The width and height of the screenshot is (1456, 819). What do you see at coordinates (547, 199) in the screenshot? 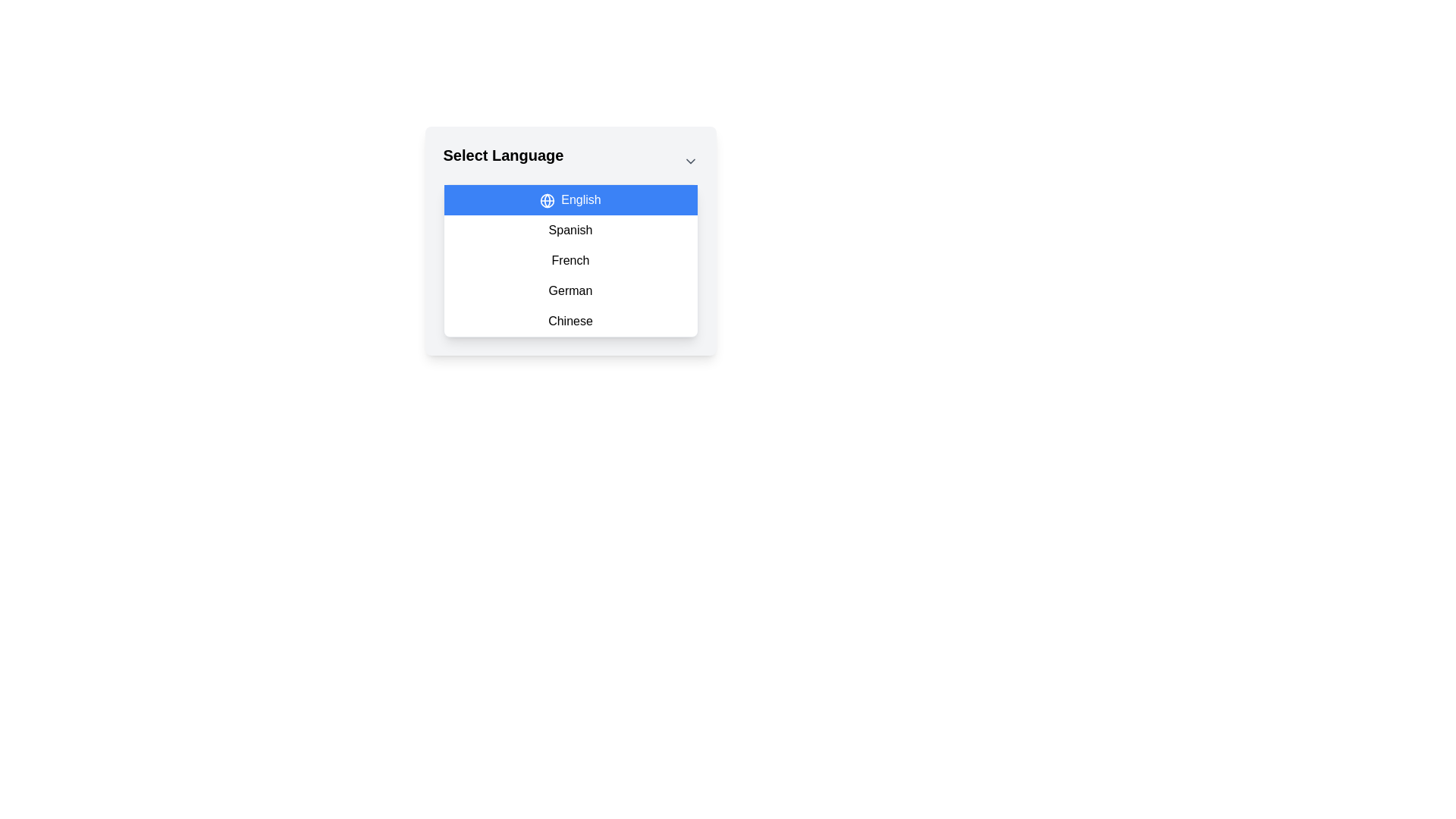
I see `the circular outline of the globe icon located in the SVG graphic within the drop-down menu, positioned to the left of the text 'English'` at bounding box center [547, 199].